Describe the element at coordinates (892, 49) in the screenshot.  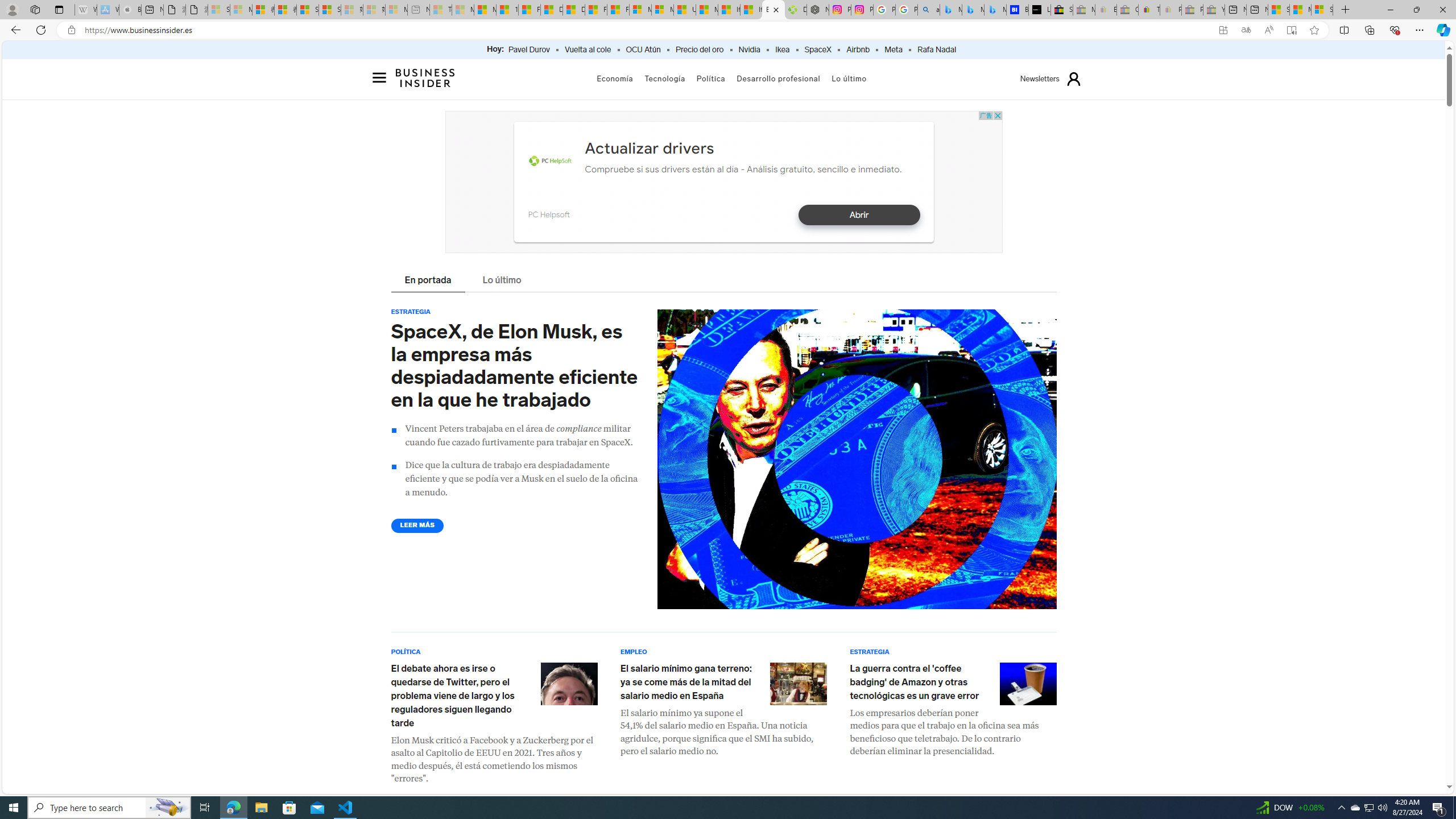
I see `'Meta'` at that location.